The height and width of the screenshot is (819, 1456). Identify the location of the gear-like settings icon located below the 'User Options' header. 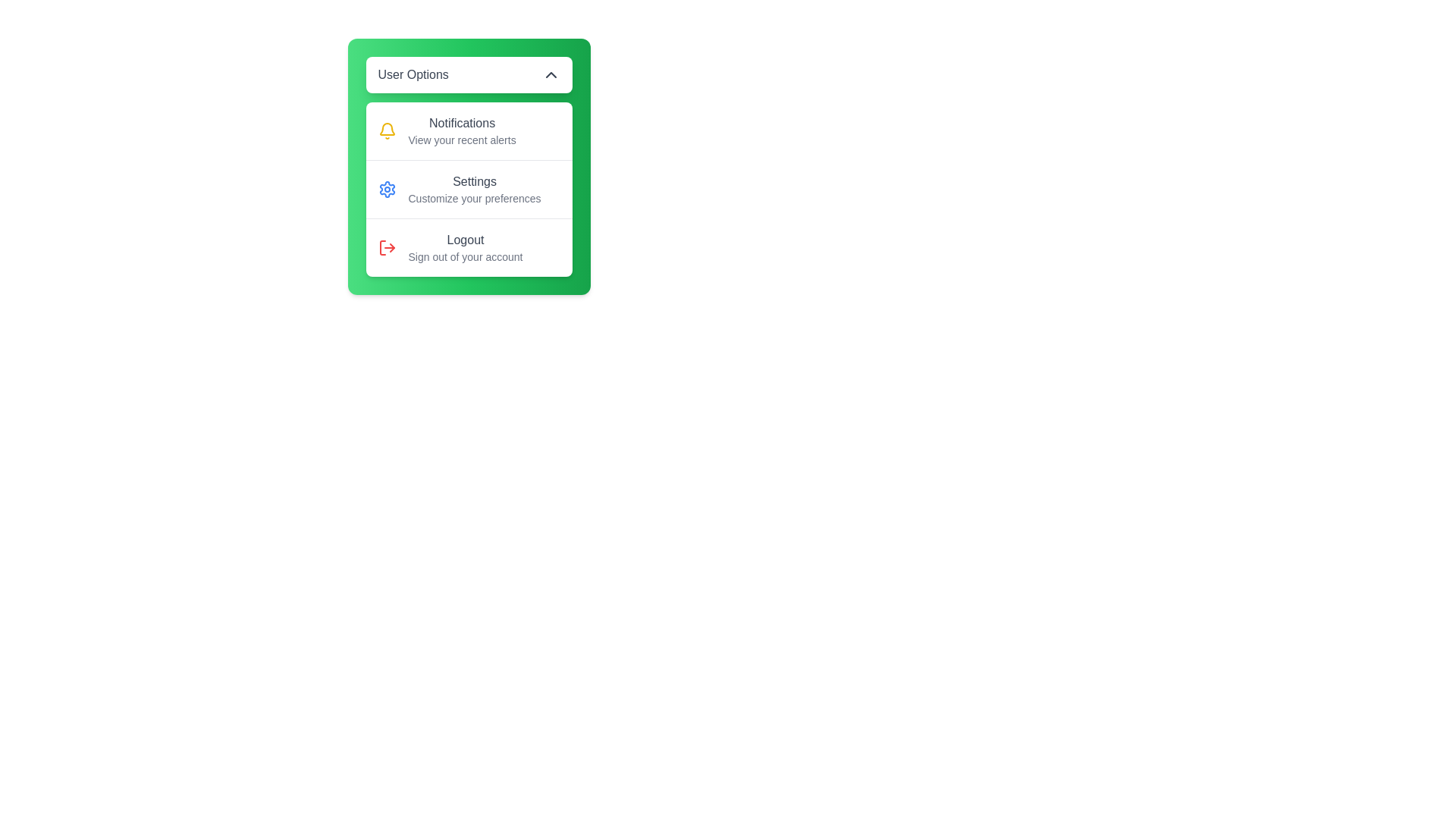
(387, 189).